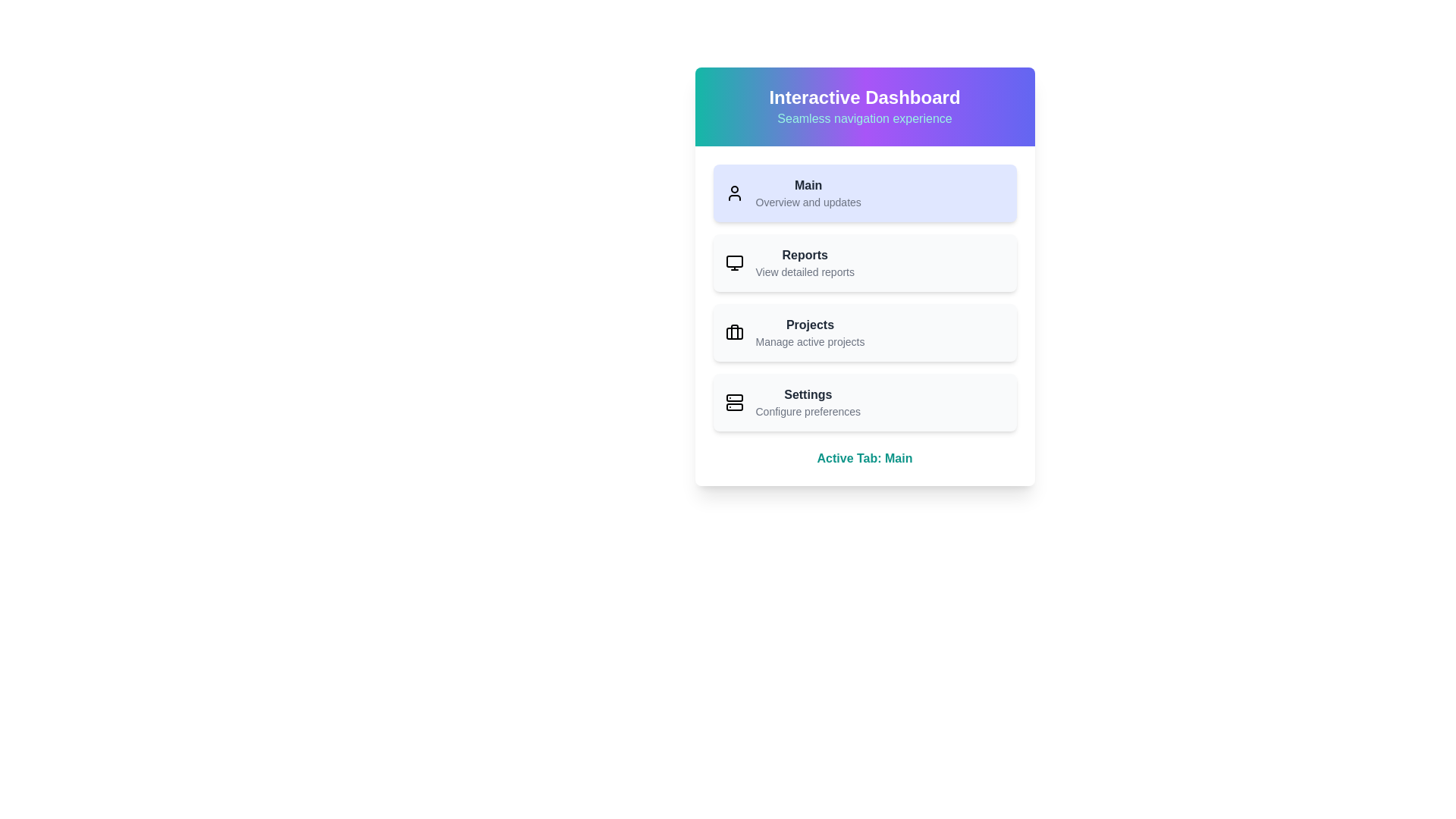  What do you see at coordinates (864, 402) in the screenshot?
I see `the menu item labeled Settings` at bounding box center [864, 402].